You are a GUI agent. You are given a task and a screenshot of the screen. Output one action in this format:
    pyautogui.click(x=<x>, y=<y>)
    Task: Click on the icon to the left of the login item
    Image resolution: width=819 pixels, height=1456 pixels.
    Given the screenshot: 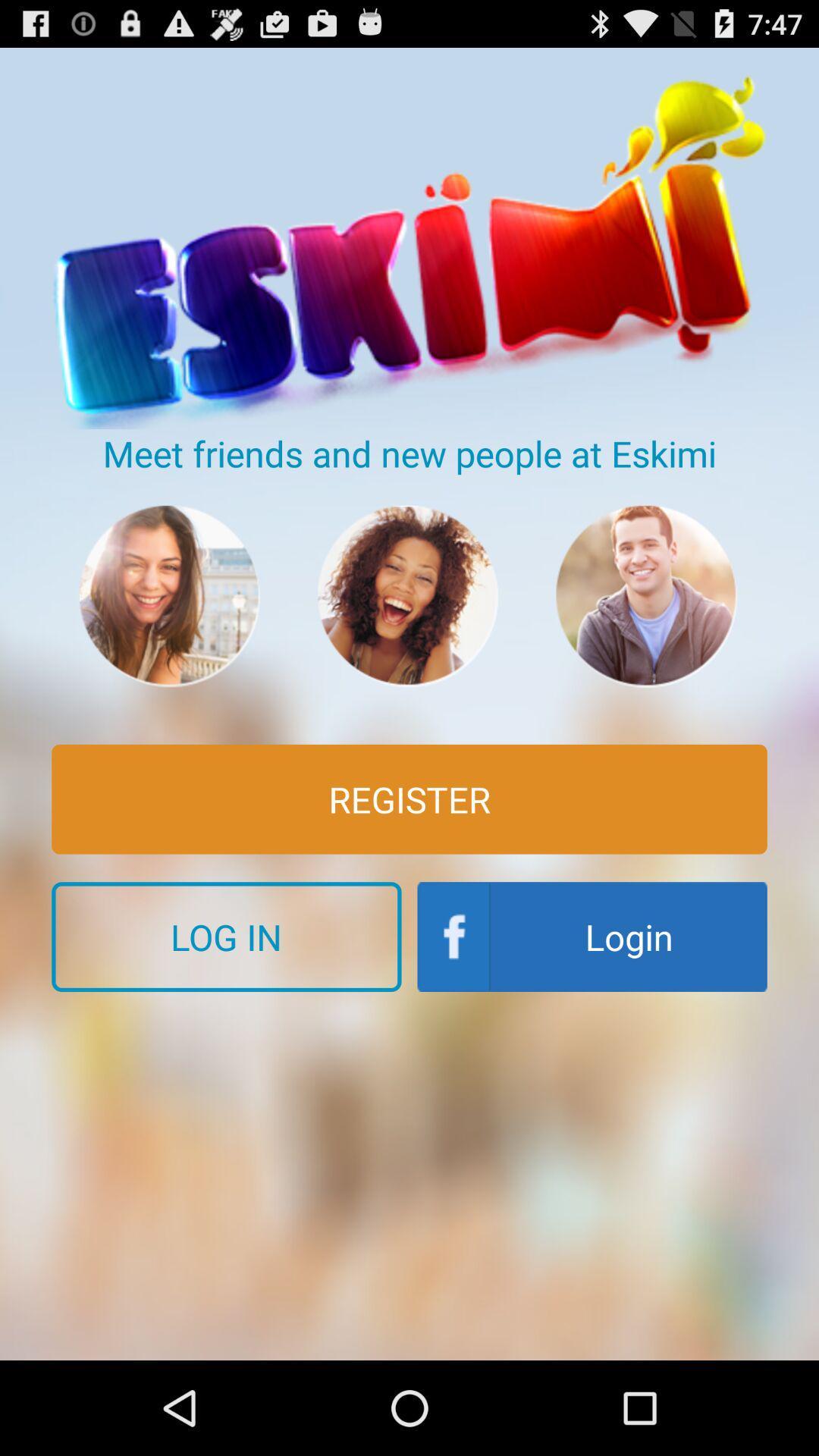 What is the action you would take?
    pyautogui.click(x=226, y=936)
    